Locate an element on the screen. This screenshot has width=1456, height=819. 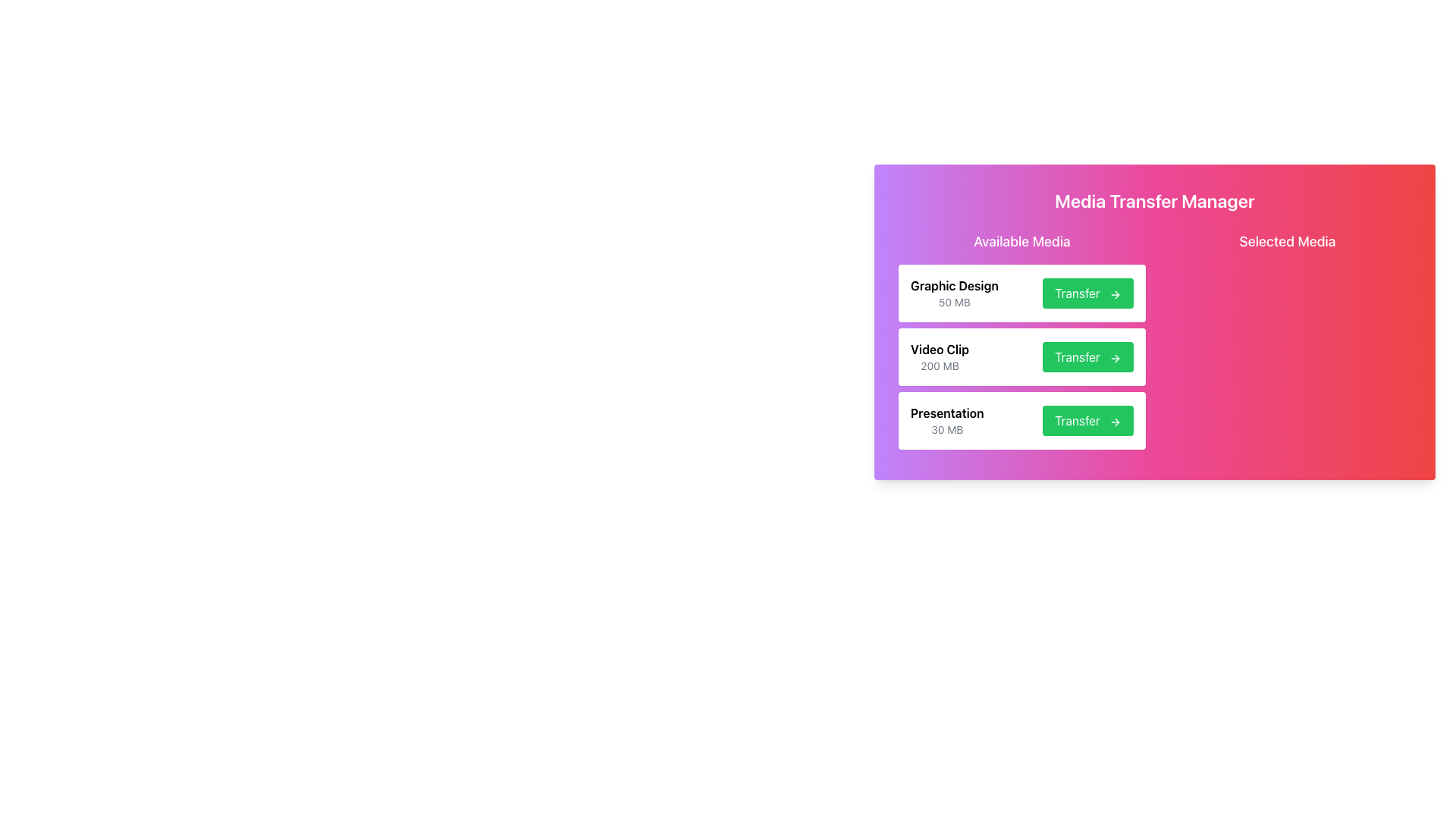
the green 'Transfer' button containing the arrow icon is located at coordinates (1117, 422).